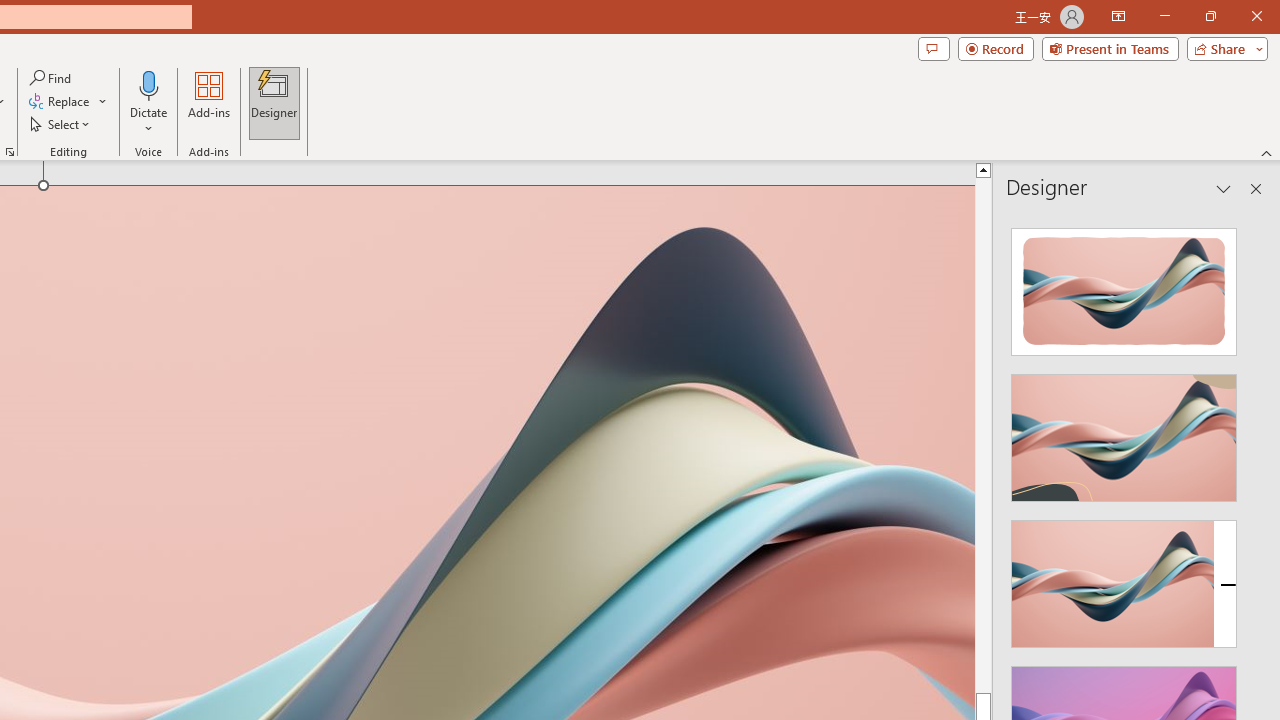 This screenshot has height=720, width=1280. Describe the element at coordinates (1124, 286) in the screenshot. I see `'Recommended Design: Design Idea'` at that location.